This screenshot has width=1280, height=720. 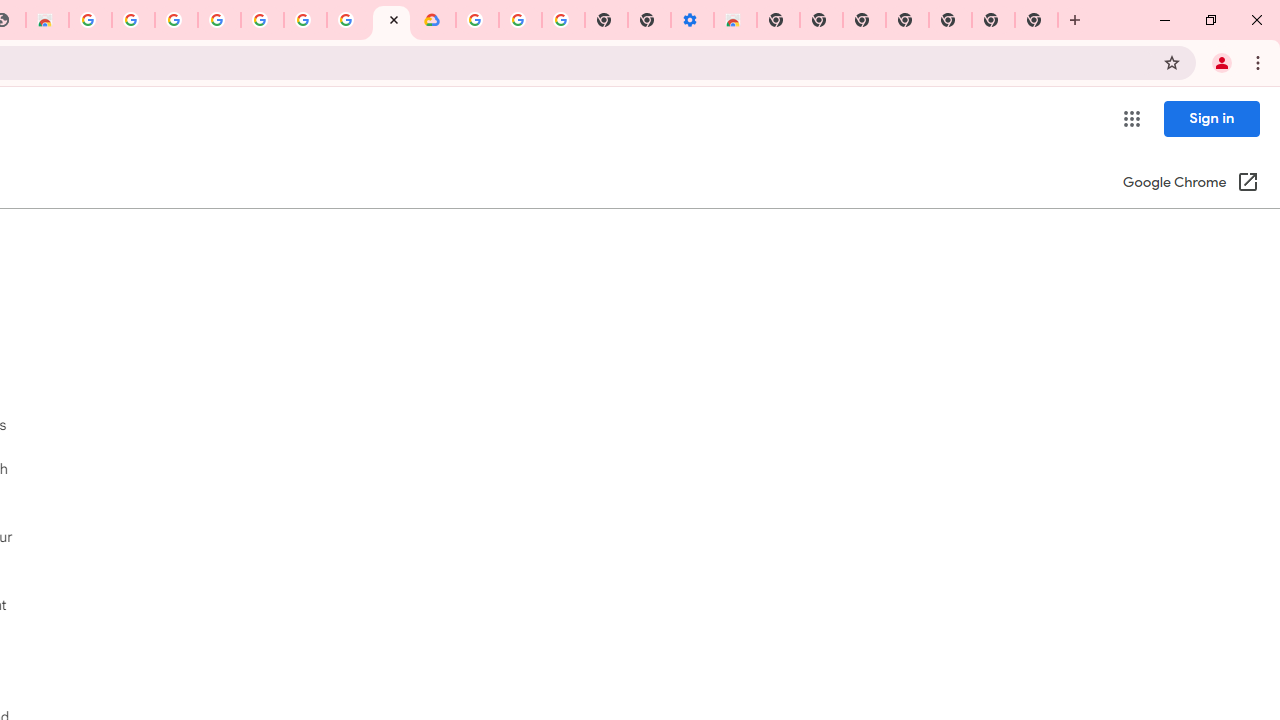 What do you see at coordinates (176, 20) in the screenshot?
I see `'Ad Settings'` at bounding box center [176, 20].